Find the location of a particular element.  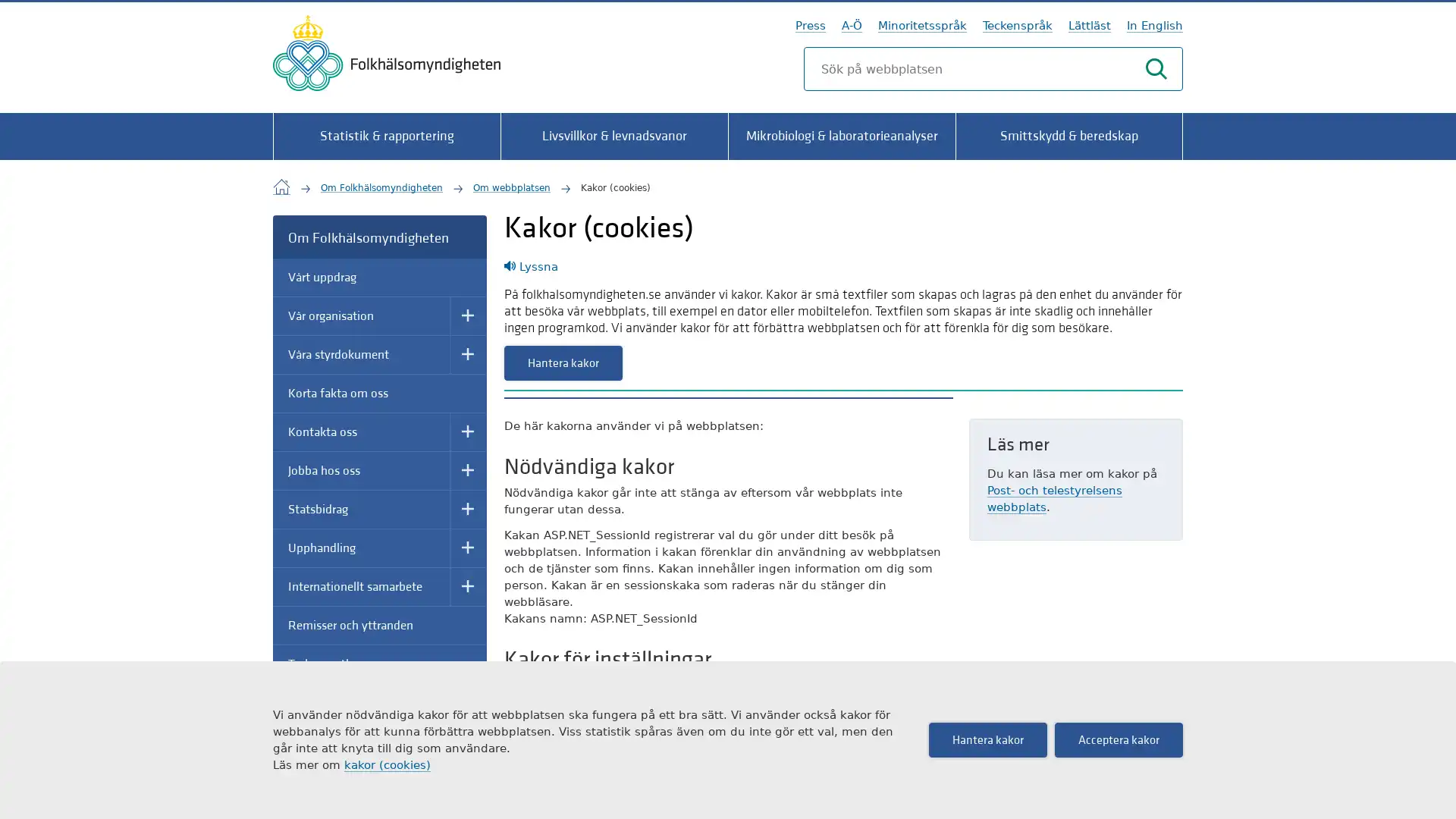

Expandera is located at coordinates (467, 354).